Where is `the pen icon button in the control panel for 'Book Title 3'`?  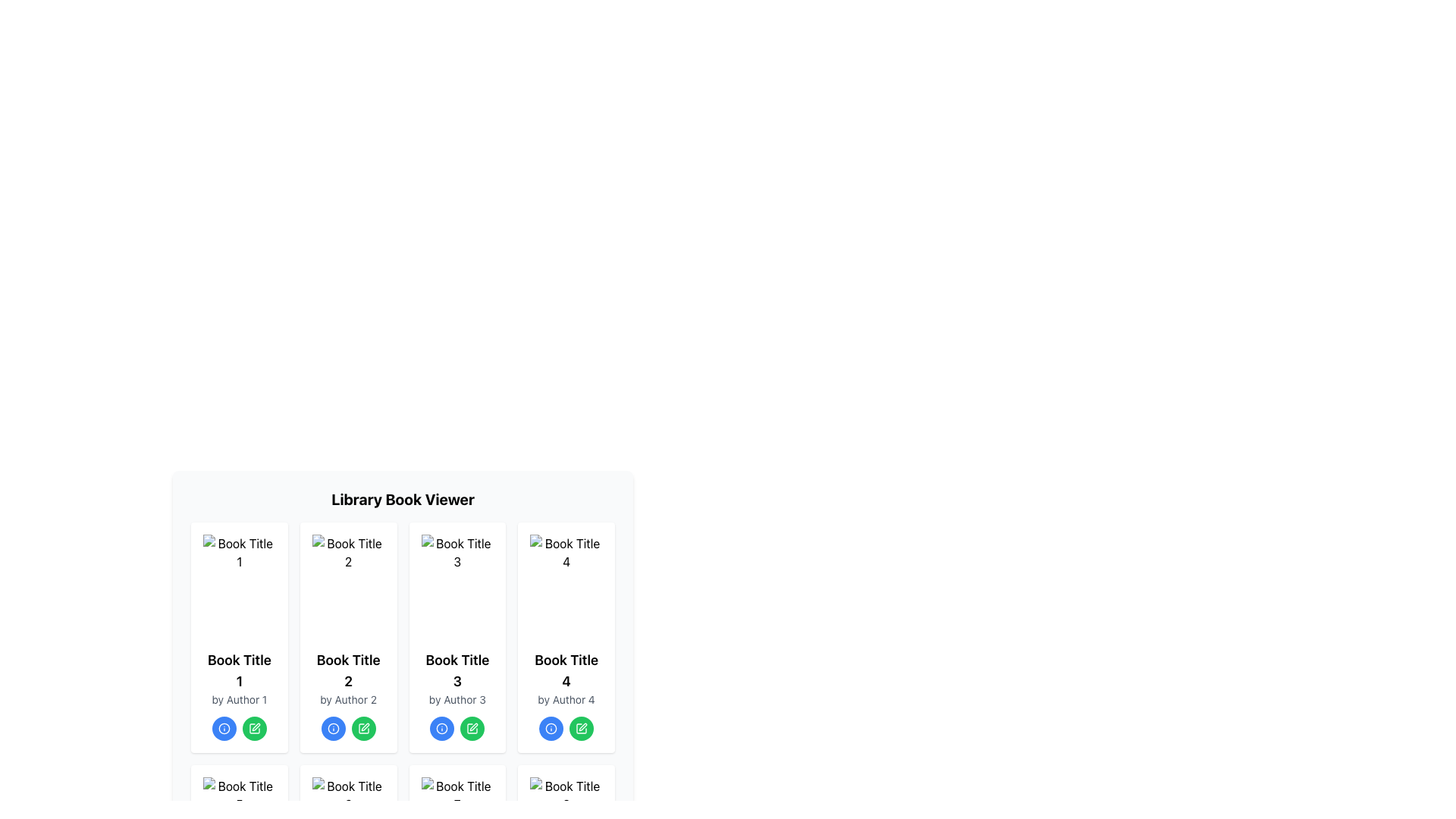
the pen icon button in the control panel for 'Book Title 3' is located at coordinates (472, 727).